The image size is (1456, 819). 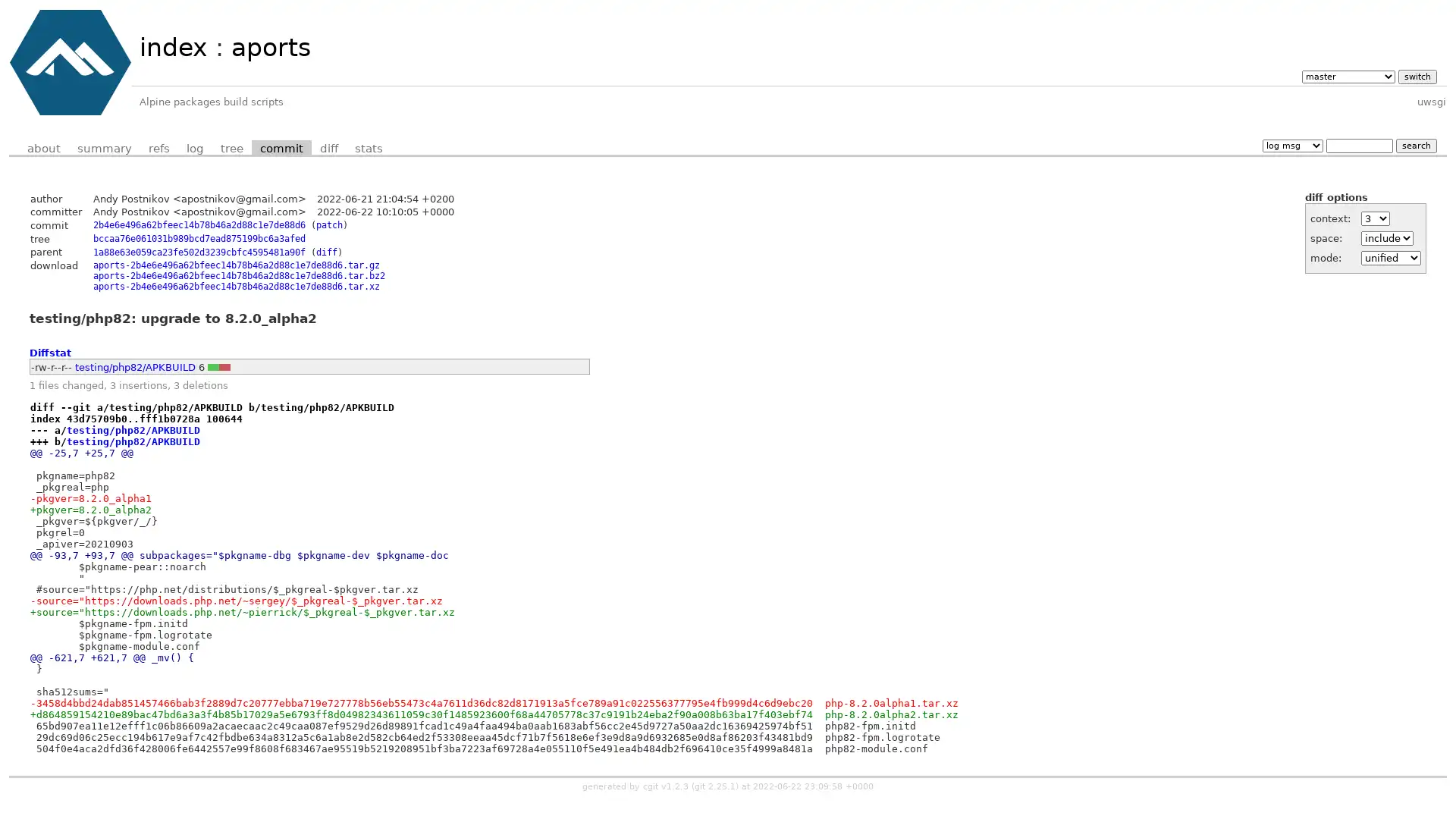 What do you see at coordinates (1416, 76) in the screenshot?
I see `switch` at bounding box center [1416, 76].